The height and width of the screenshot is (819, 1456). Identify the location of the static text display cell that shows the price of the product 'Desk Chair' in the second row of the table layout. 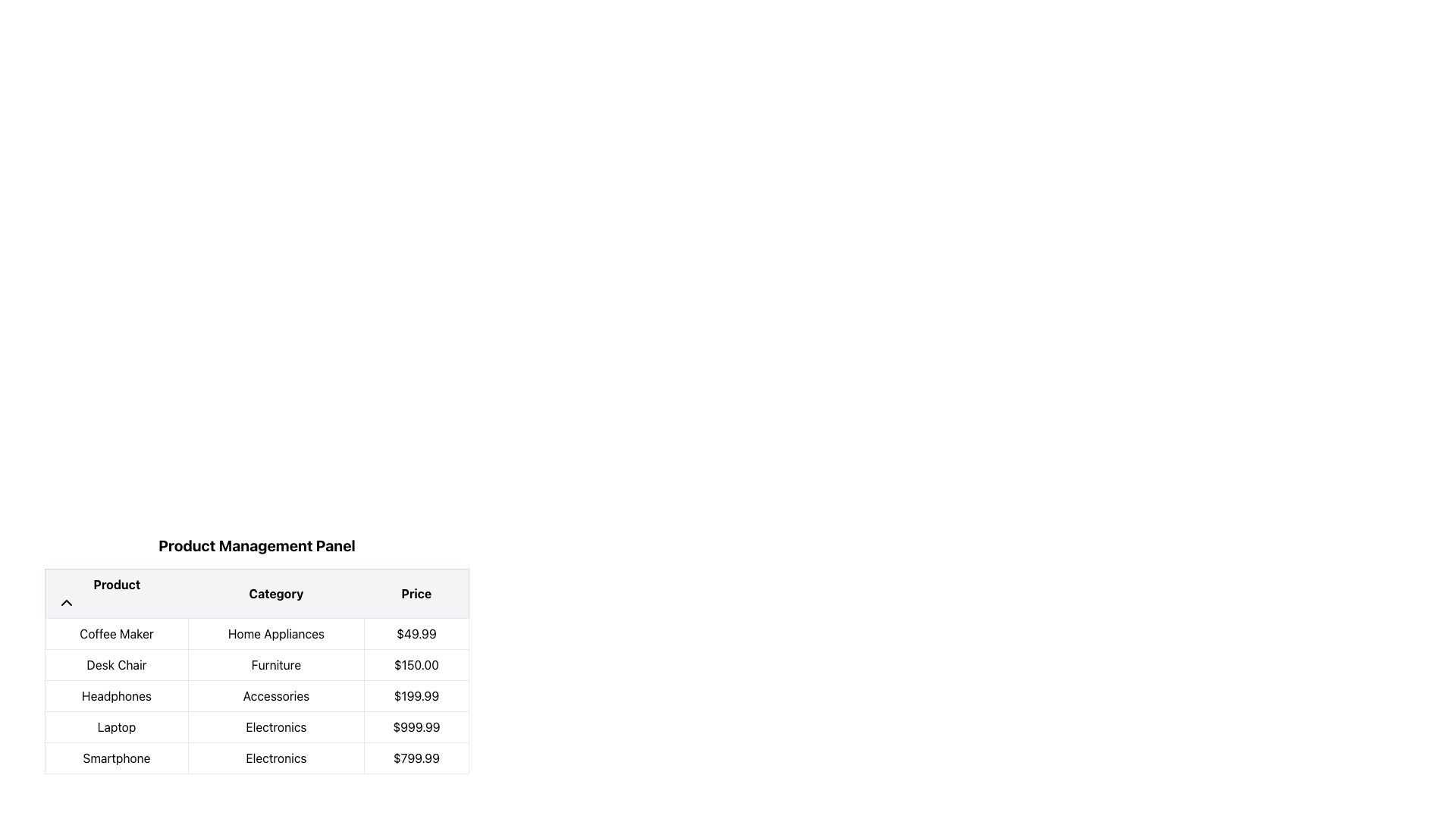
(416, 664).